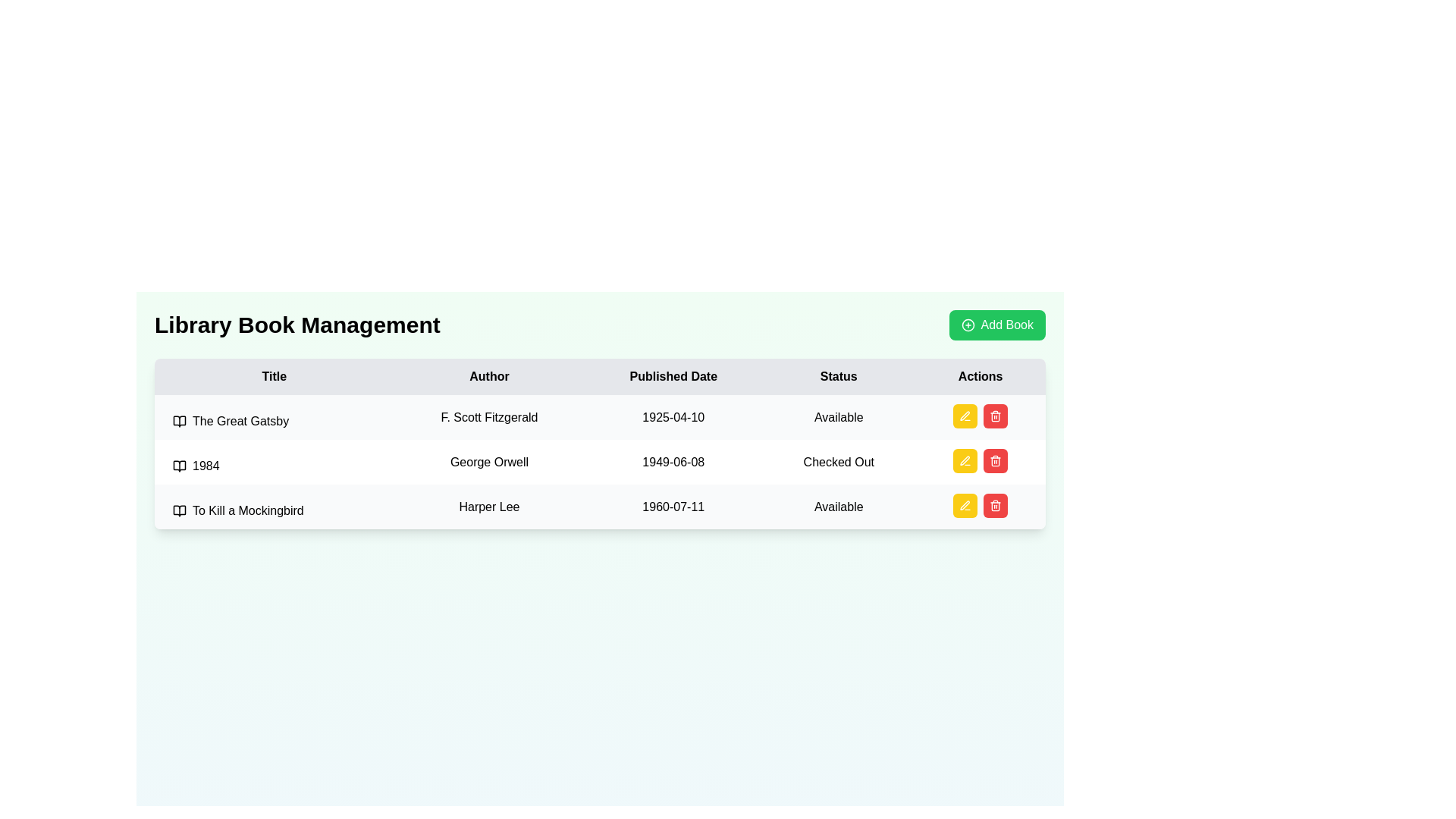 The width and height of the screenshot is (1456, 819). I want to click on the open book icon located in the first row of the table under the 'Title' column, positioned to the left of the text 'The Great Gatsby', so click(179, 421).